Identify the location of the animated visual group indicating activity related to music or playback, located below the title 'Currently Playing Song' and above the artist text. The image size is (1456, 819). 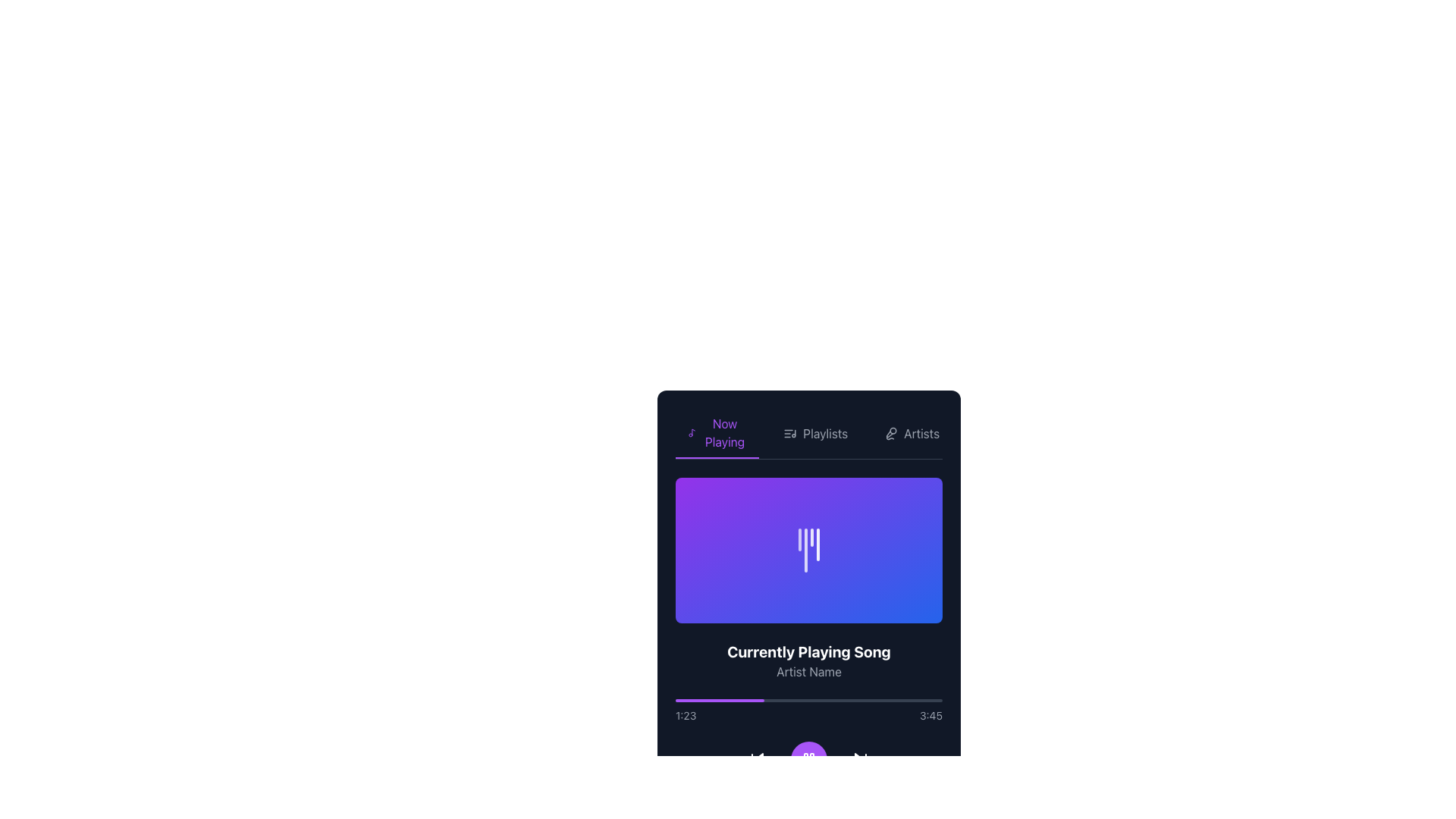
(808, 550).